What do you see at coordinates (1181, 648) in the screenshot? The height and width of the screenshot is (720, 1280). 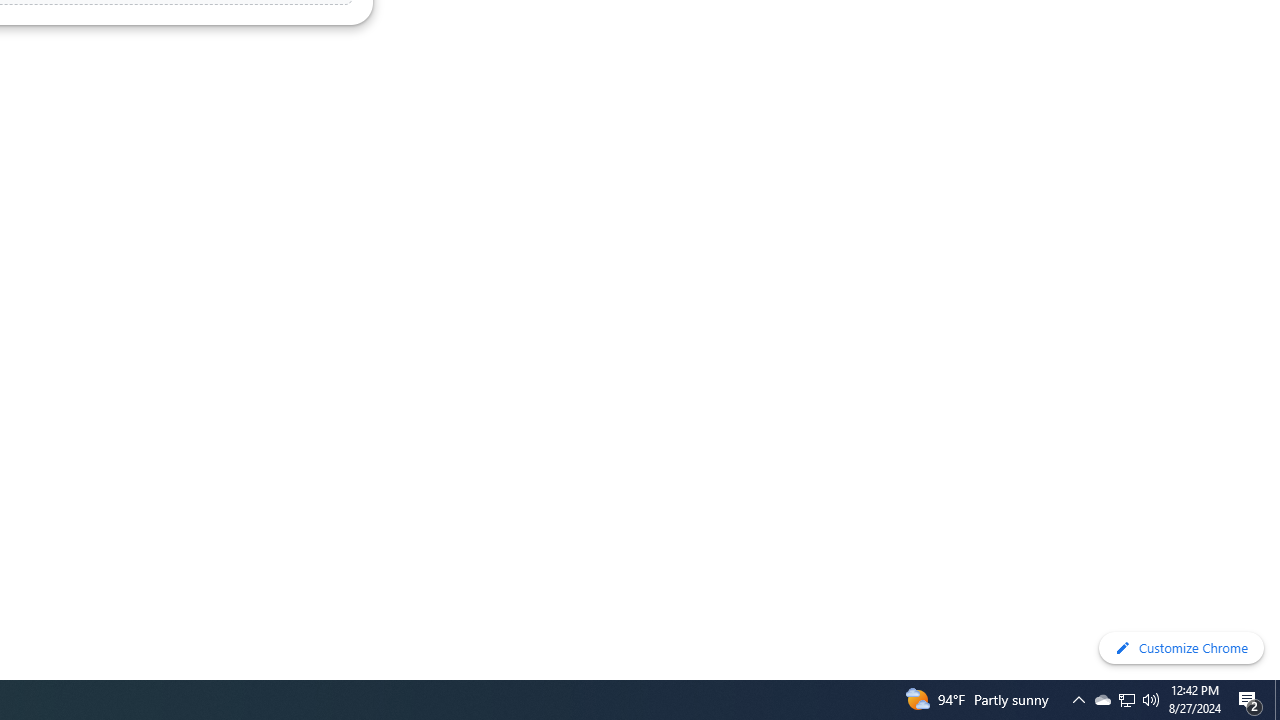 I see `'Customize Chrome'` at bounding box center [1181, 648].